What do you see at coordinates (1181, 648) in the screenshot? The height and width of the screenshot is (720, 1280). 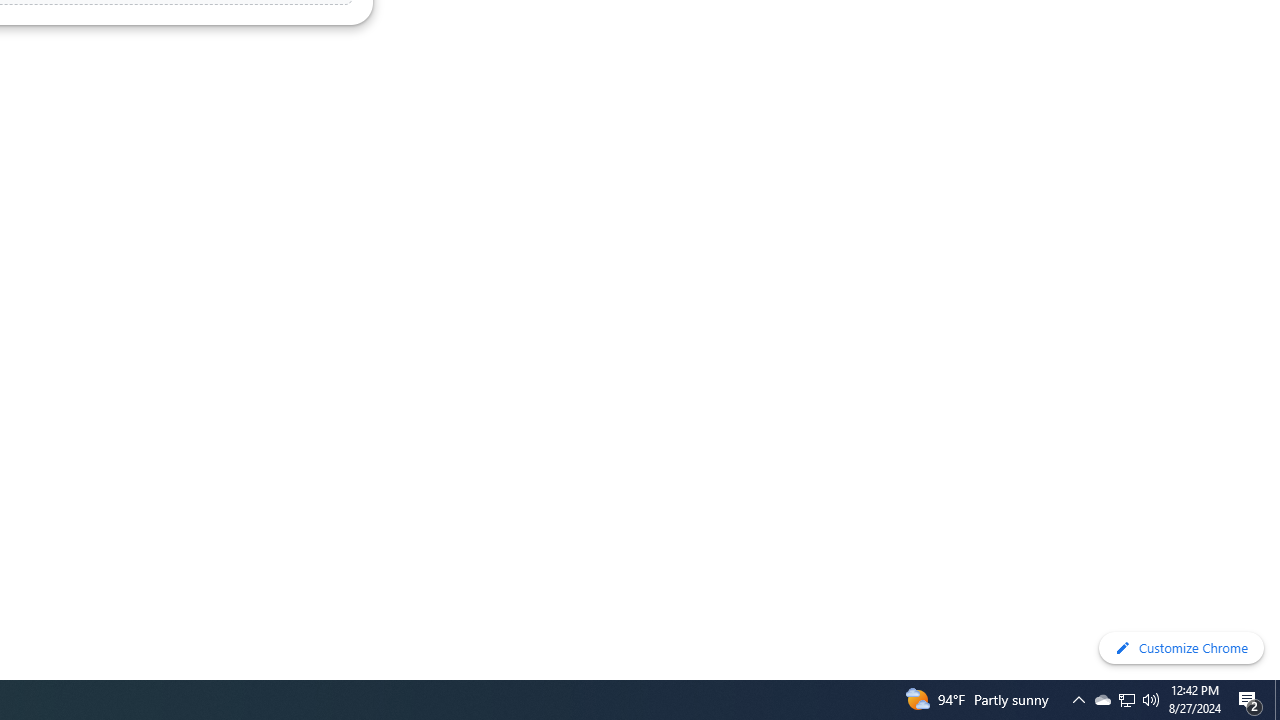 I see `'Customize Chrome'` at bounding box center [1181, 648].